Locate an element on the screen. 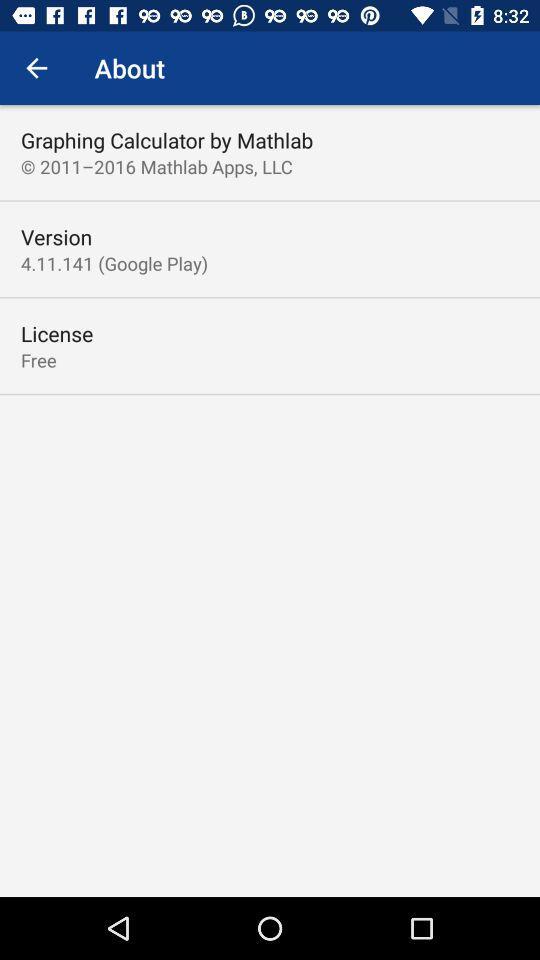 The width and height of the screenshot is (540, 960). the free is located at coordinates (38, 360).